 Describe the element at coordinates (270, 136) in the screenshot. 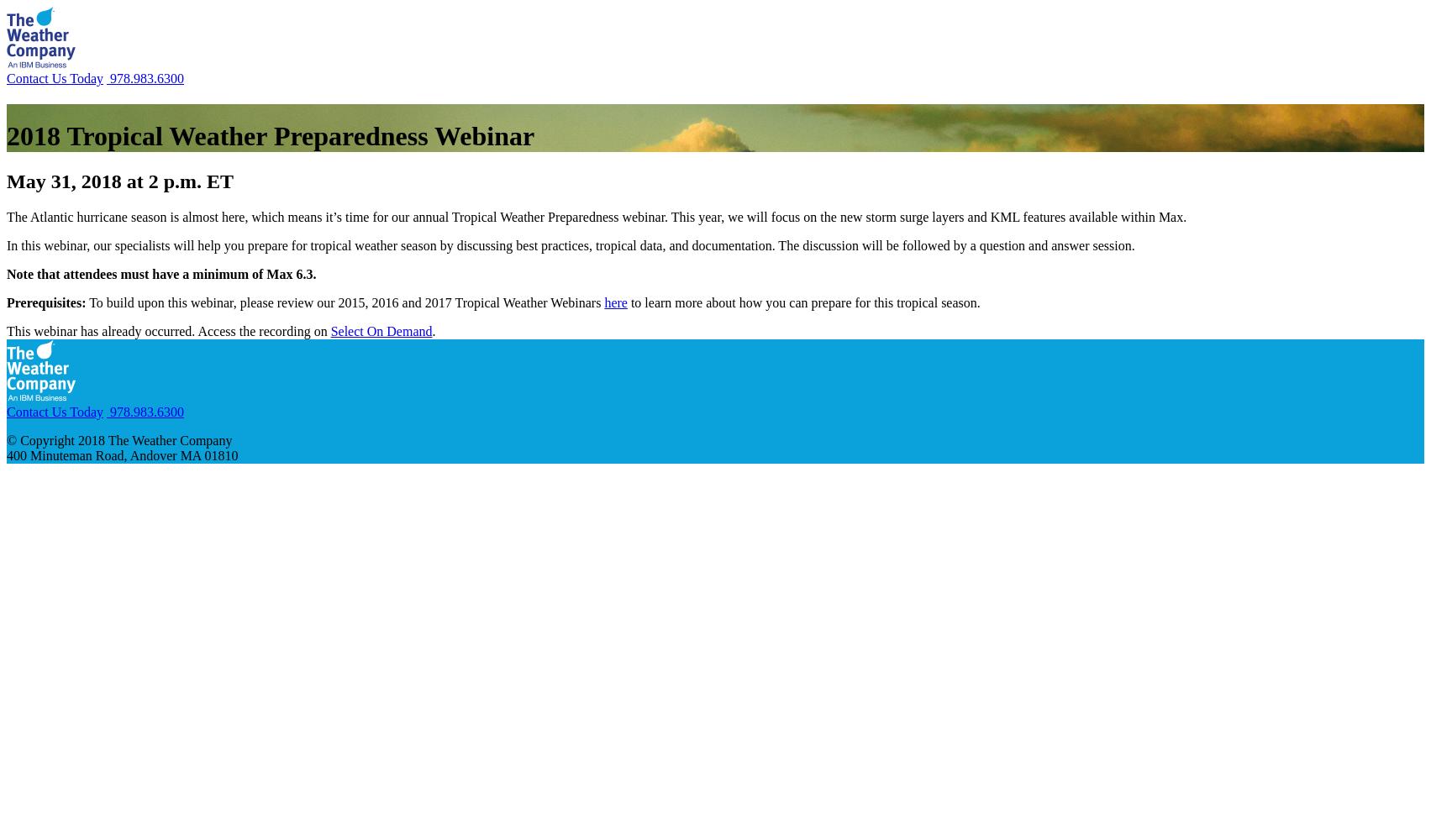

I see `'2018 Tropical Weather Preparedness Webinar'` at that location.